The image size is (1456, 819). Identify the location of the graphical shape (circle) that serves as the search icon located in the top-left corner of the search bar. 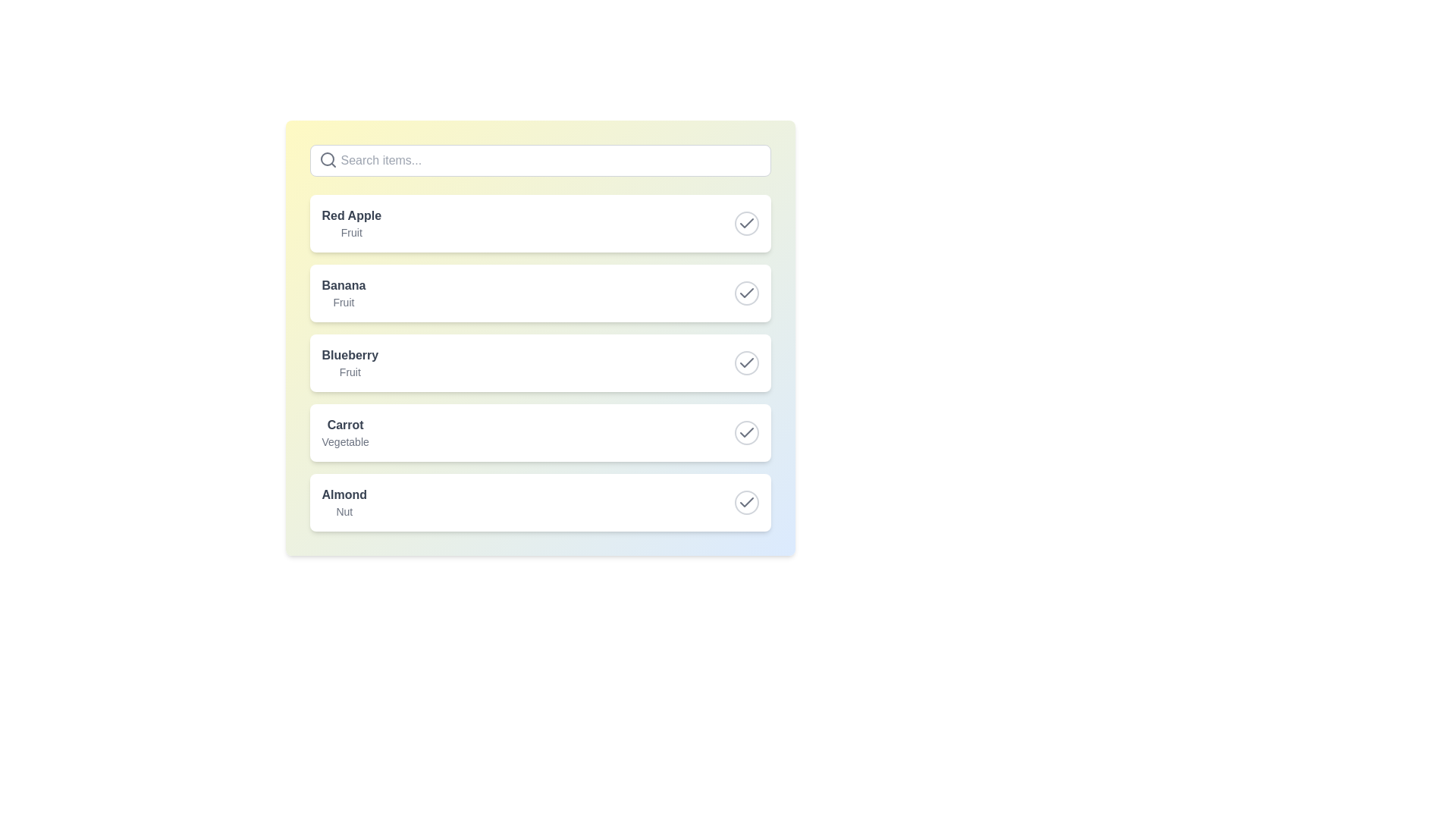
(326, 158).